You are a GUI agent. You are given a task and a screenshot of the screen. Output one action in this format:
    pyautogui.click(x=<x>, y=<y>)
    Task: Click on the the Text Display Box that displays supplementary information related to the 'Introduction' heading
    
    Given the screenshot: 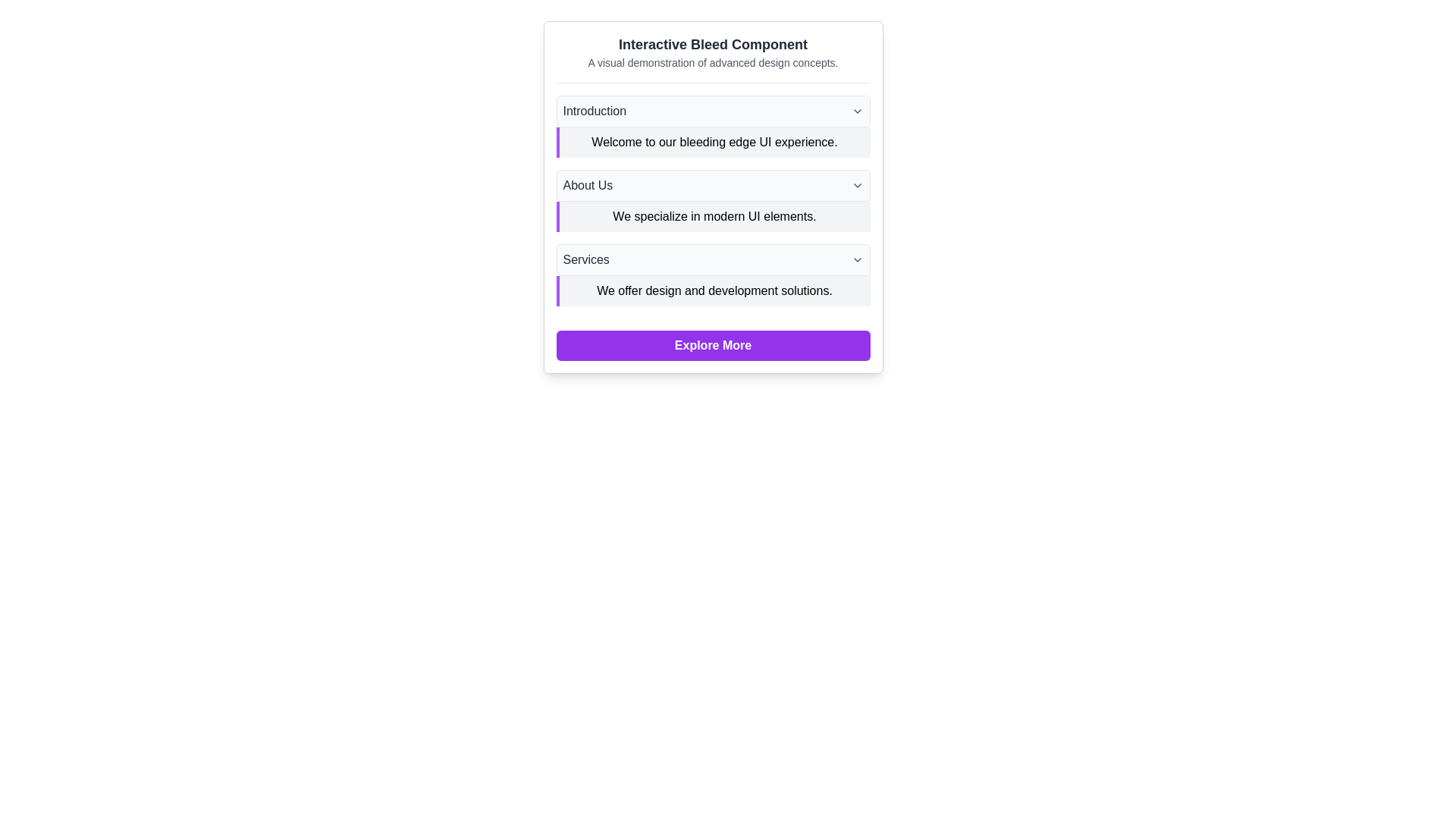 What is the action you would take?
    pyautogui.click(x=712, y=143)
    